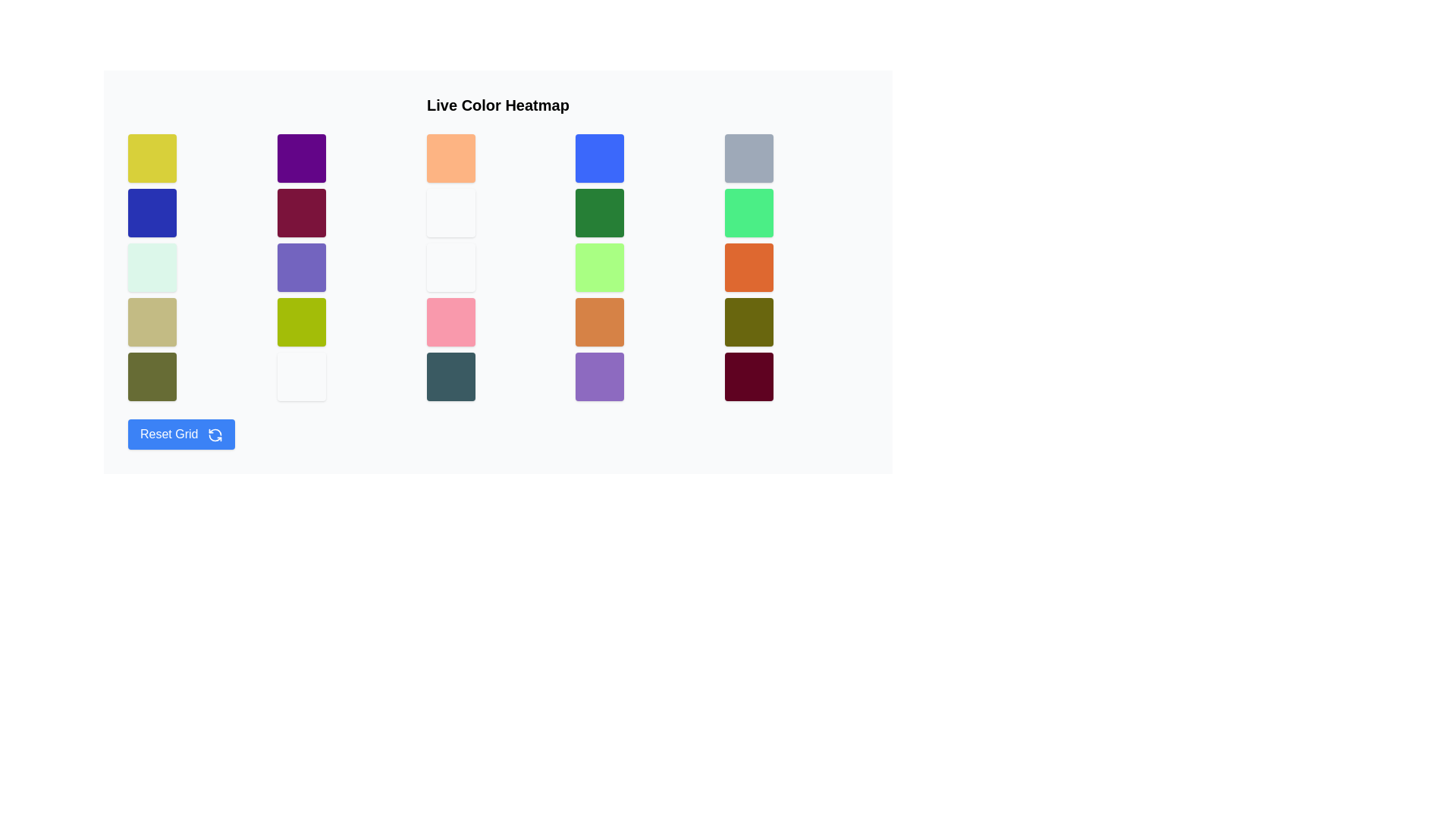 Image resolution: width=1456 pixels, height=819 pixels. I want to click on the dark red square-shaped visual decoration located in the second column and second row of the grid layout, so click(301, 213).